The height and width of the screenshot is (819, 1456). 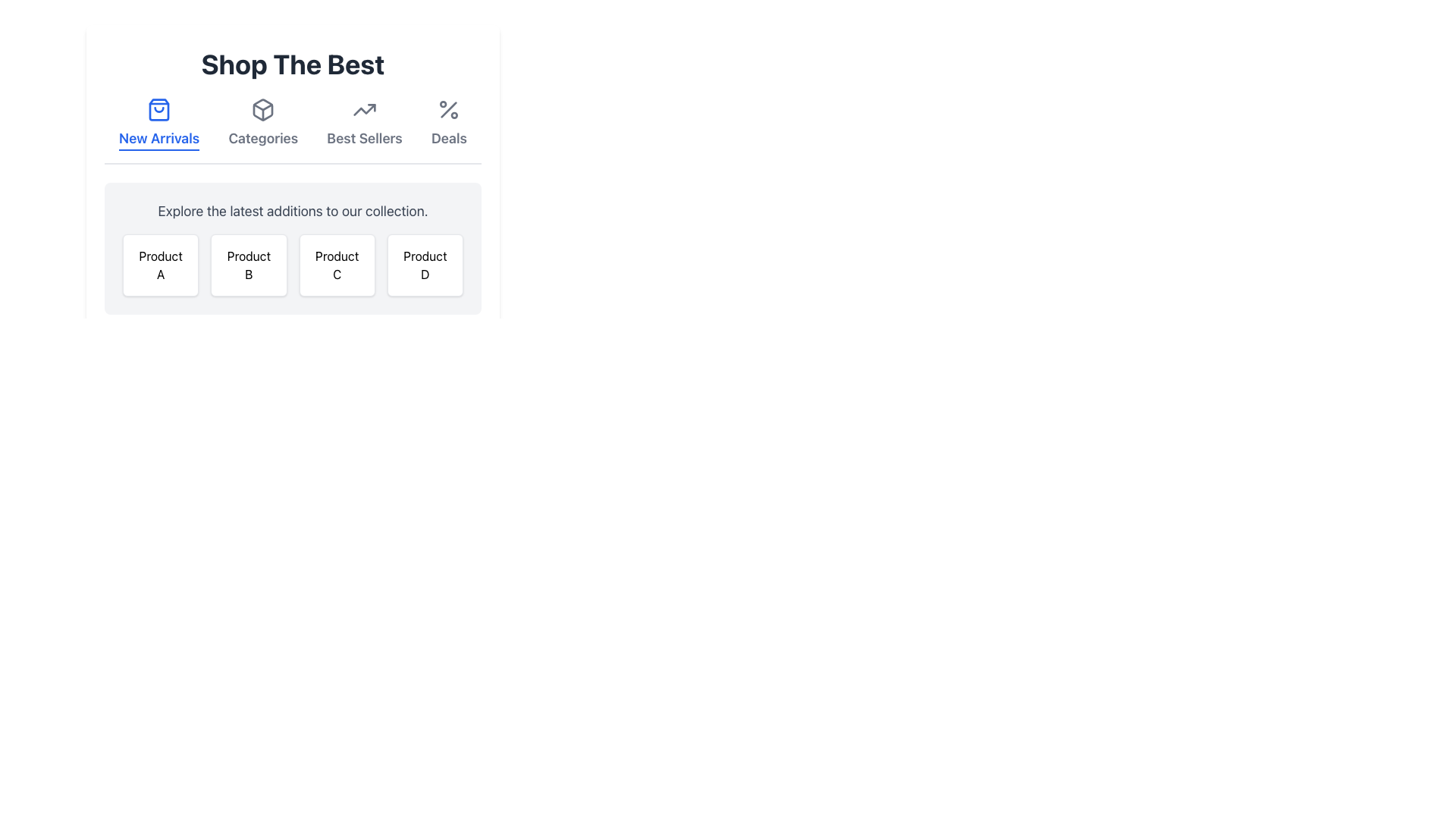 I want to click on the wireframe cube icon in gray color located above the 'Categories' text in the main navigation bar, so click(x=262, y=109).